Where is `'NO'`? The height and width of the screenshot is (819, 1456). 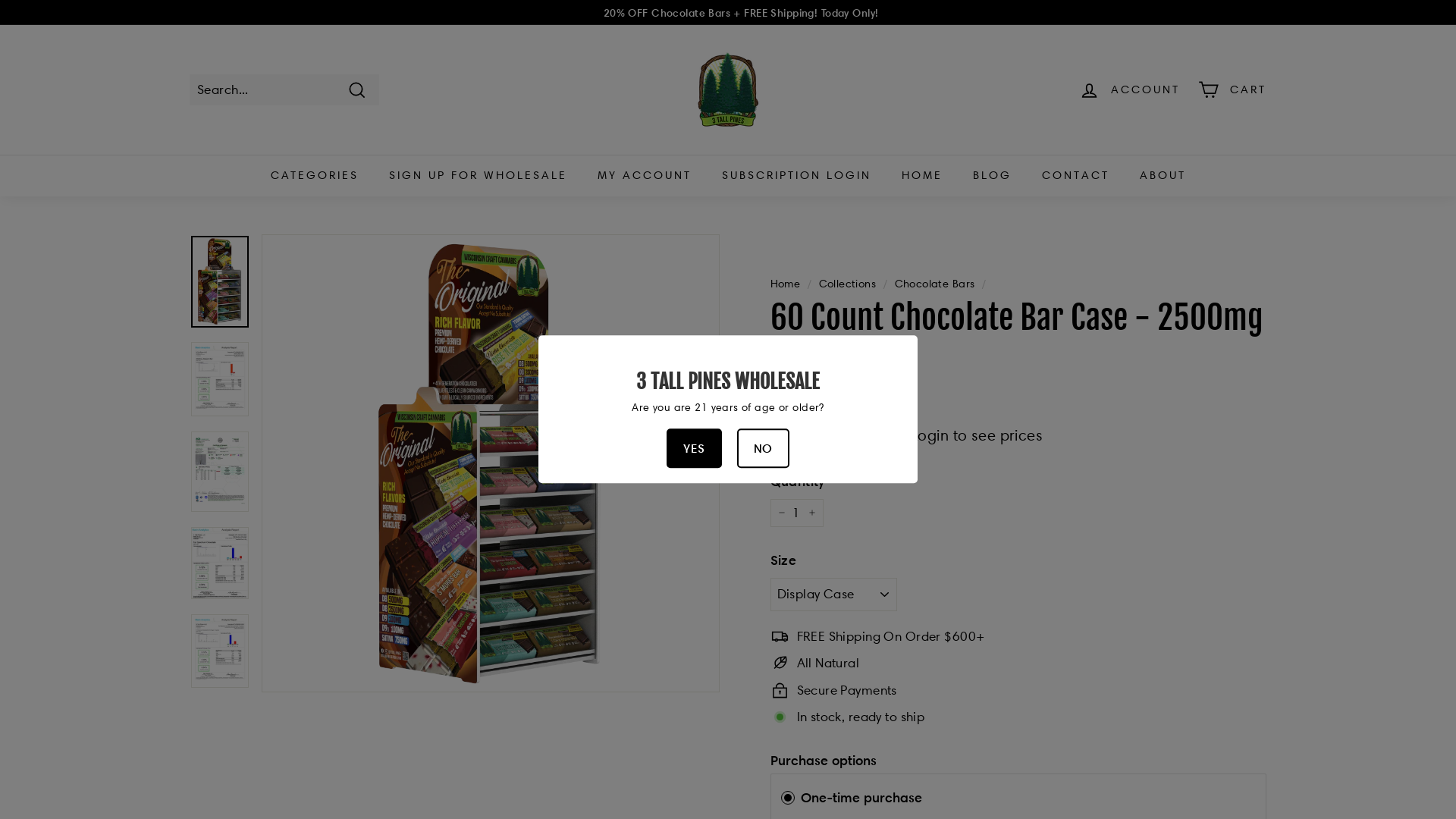 'NO' is located at coordinates (763, 447).